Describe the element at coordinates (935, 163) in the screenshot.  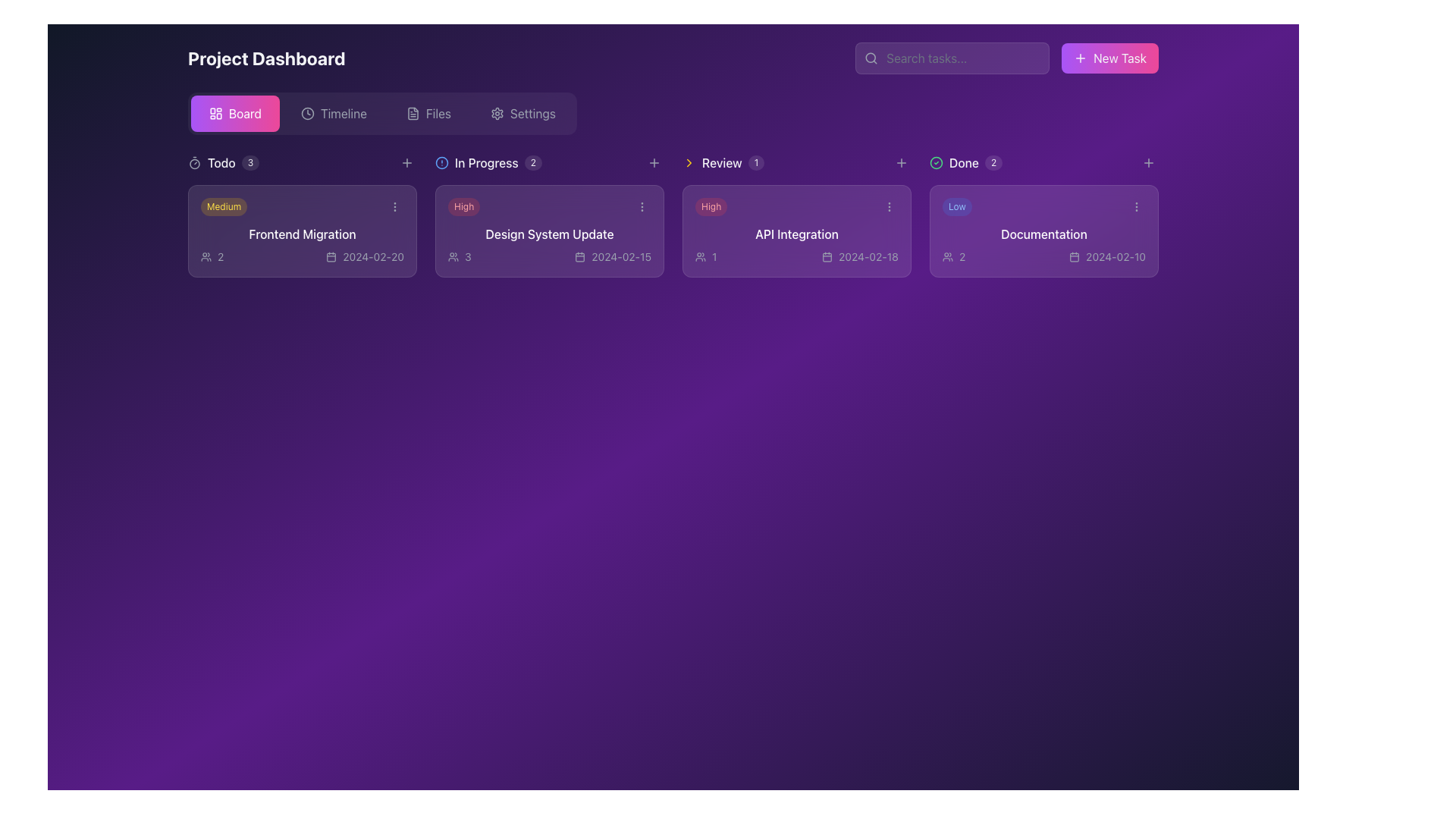
I see `the Circle shape representing the 'Done' category status, which is part of an icon indicating completed tasks, by clicking on it` at that location.